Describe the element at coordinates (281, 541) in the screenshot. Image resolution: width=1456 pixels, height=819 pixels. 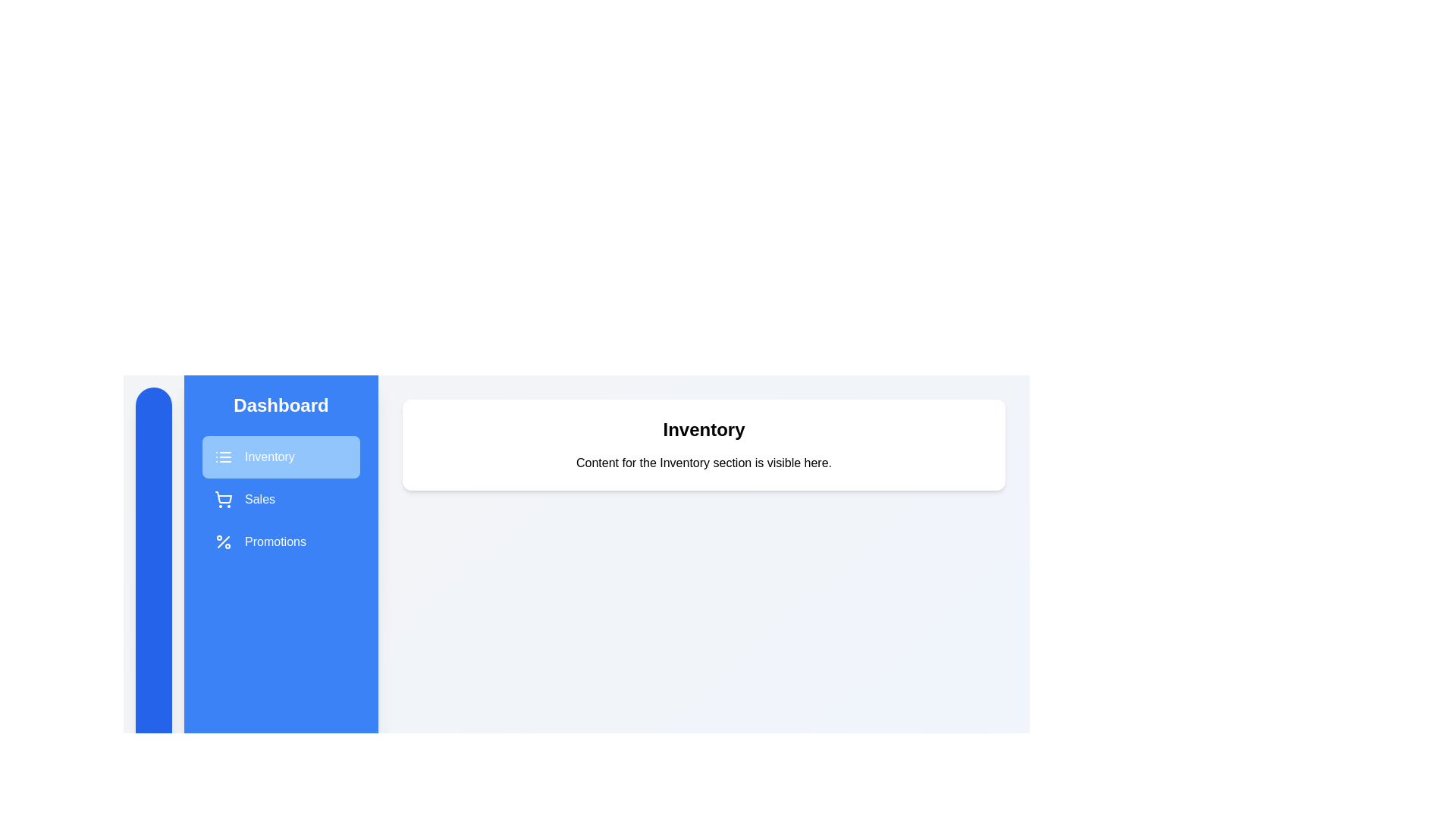
I see `the Promotions section in the sidebar menu` at that location.